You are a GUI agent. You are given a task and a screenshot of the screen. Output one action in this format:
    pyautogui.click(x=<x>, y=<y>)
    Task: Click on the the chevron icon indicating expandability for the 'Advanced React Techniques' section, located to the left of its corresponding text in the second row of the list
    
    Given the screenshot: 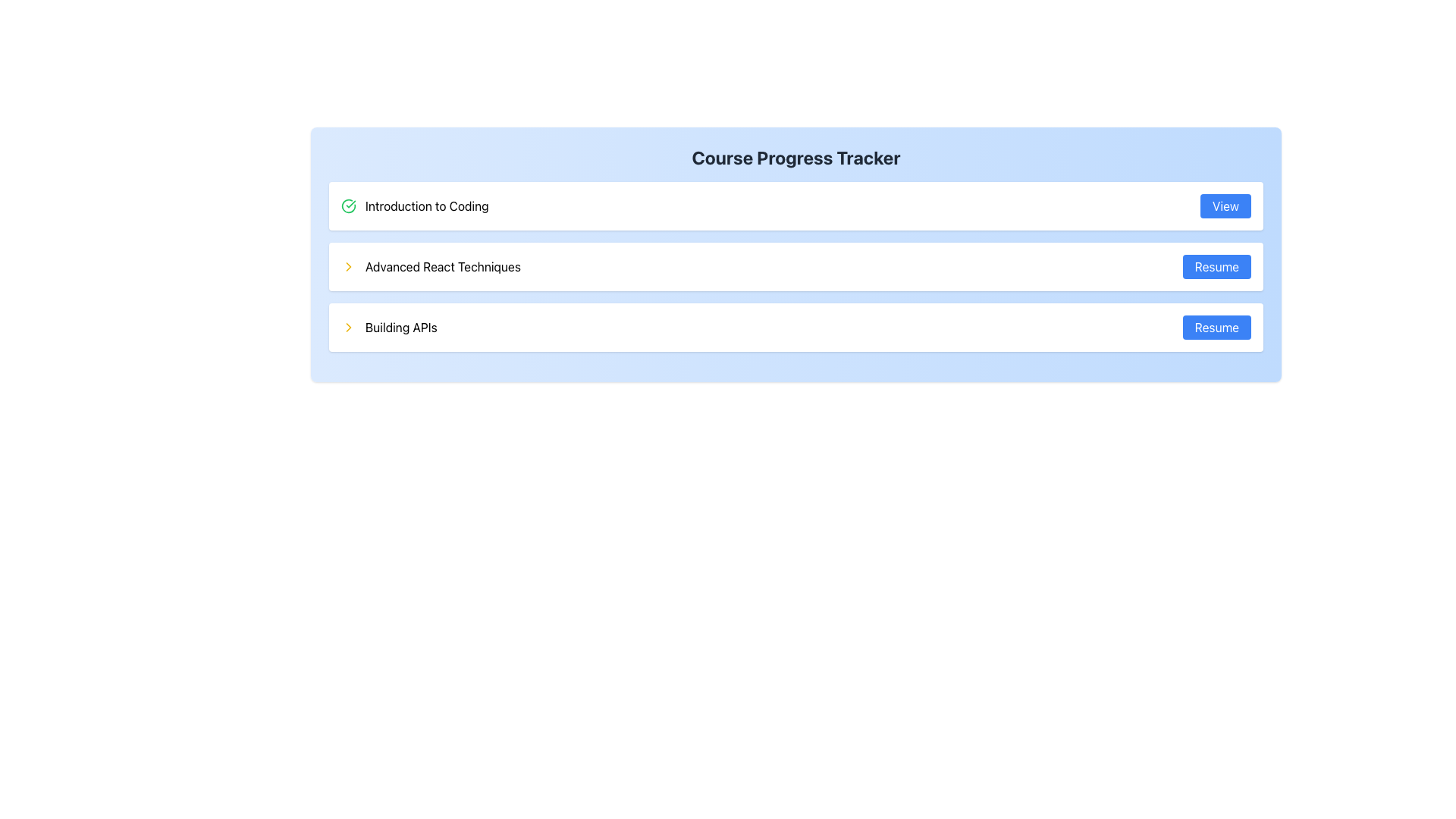 What is the action you would take?
    pyautogui.click(x=348, y=265)
    